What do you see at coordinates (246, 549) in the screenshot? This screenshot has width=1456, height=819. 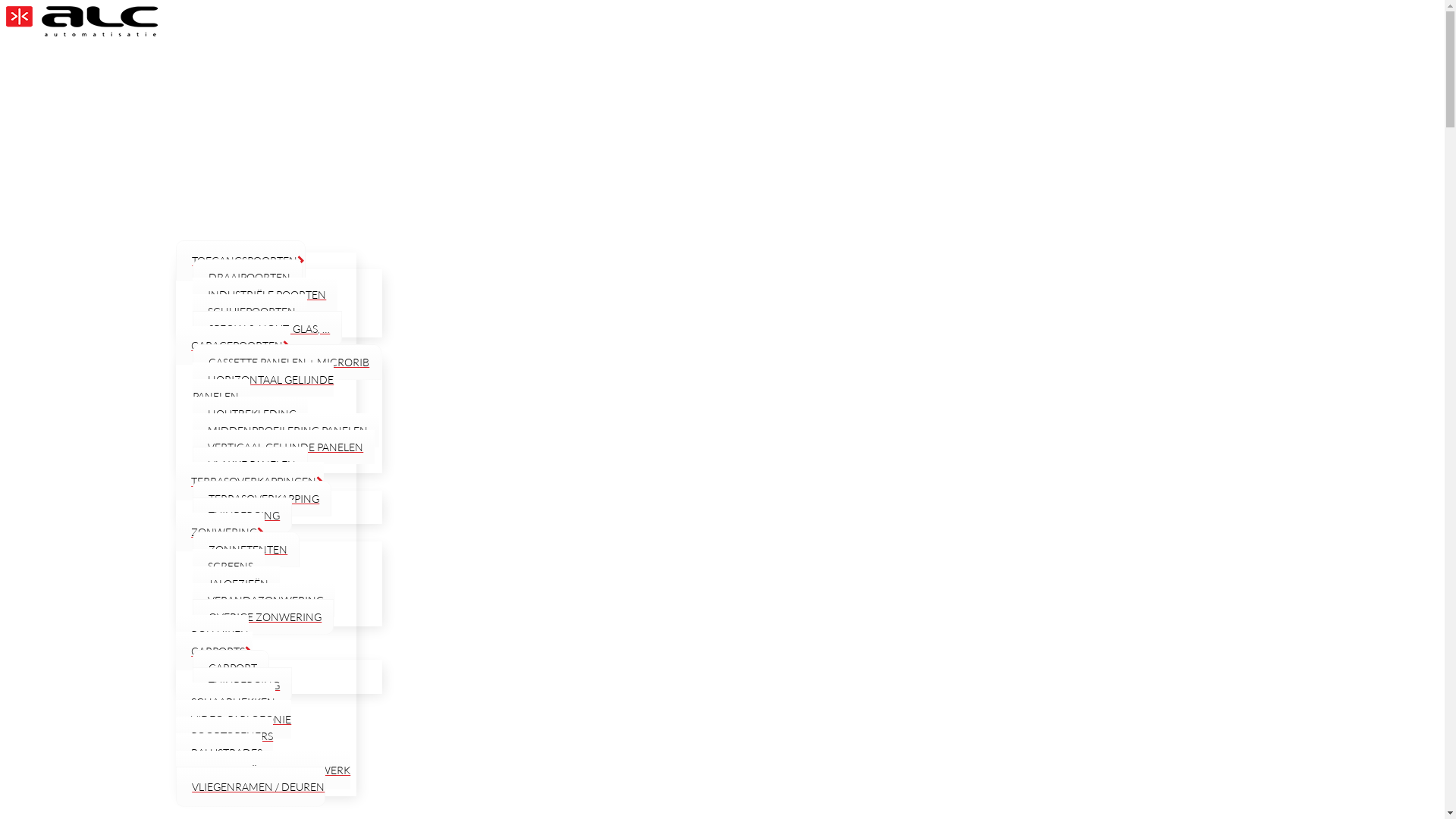 I see `'ZONNETENTEN'` at bounding box center [246, 549].